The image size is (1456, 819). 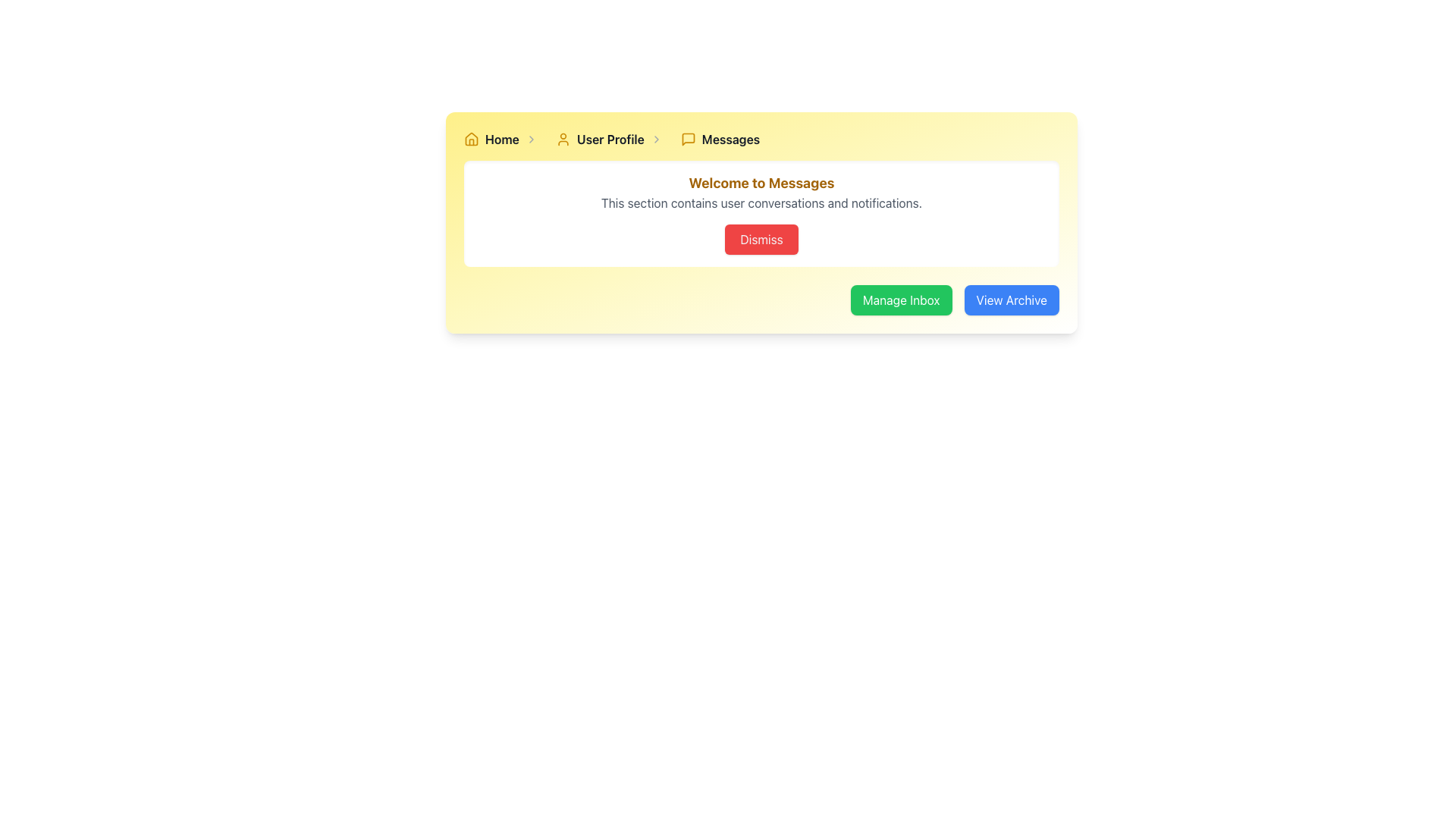 What do you see at coordinates (612, 140) in the screenshot?
I see `the 'User Profile' hyperlink, which is the second clickable text in the breadcrumb list, styled in bold and positioned between 'Home' and 'Messages'` at bounding box center [612, 140].